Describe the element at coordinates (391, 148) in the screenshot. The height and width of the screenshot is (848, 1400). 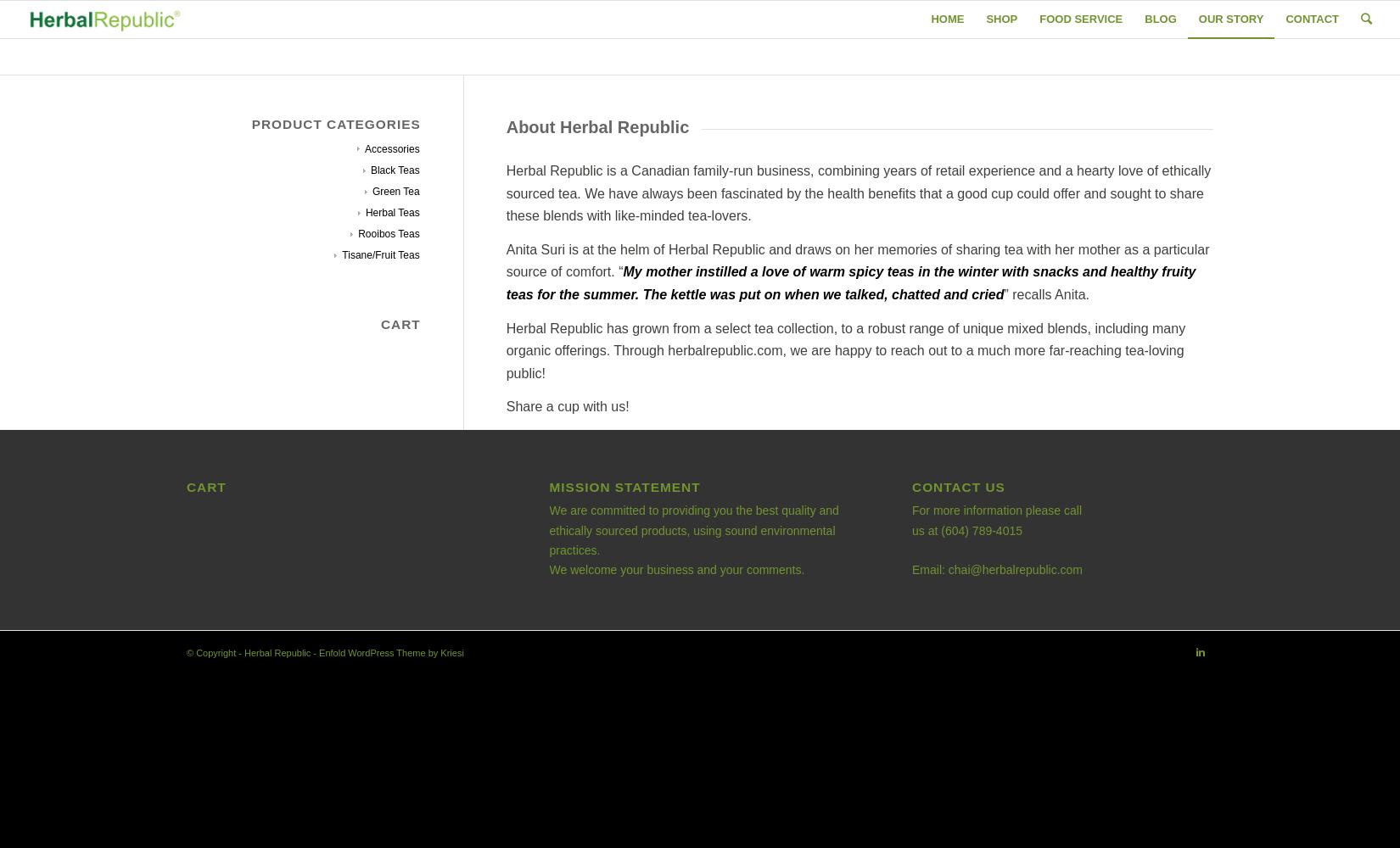
I see `'Accessories'` at that location.